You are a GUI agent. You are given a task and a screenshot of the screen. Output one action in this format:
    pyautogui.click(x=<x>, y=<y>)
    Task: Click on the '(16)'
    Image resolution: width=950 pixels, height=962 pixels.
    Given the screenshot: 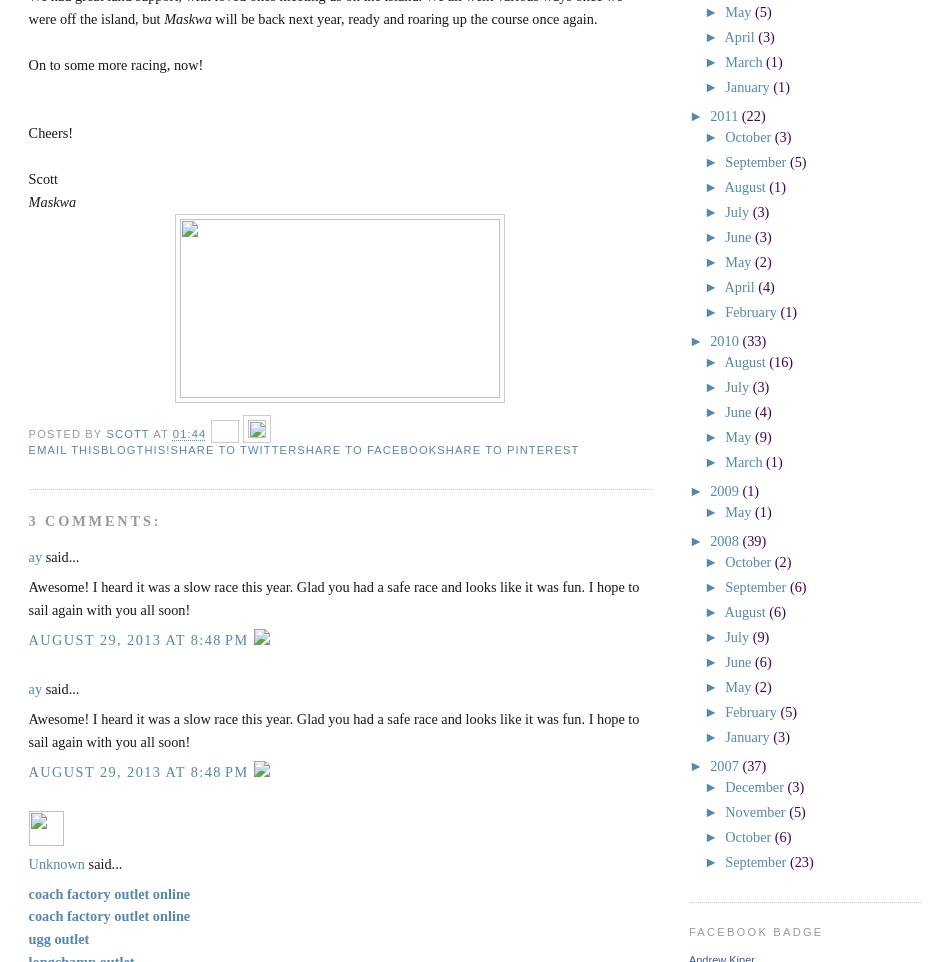 What is the action you would take?
    pyautogui.click(x=779, y=362)
    